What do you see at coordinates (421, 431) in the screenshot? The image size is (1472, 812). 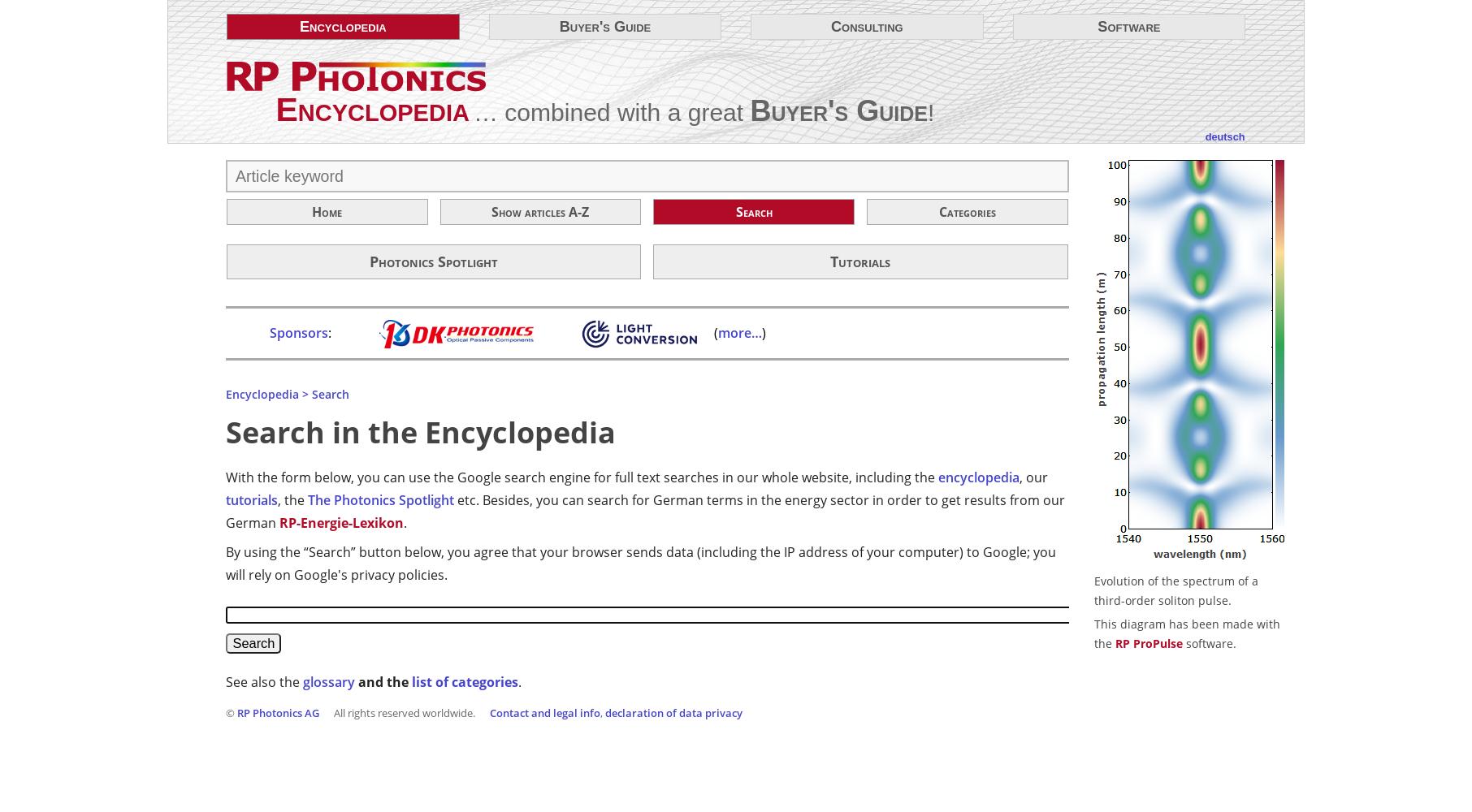 I see `'Search in the Encyclopedia'` at bounding box center [421, 431].